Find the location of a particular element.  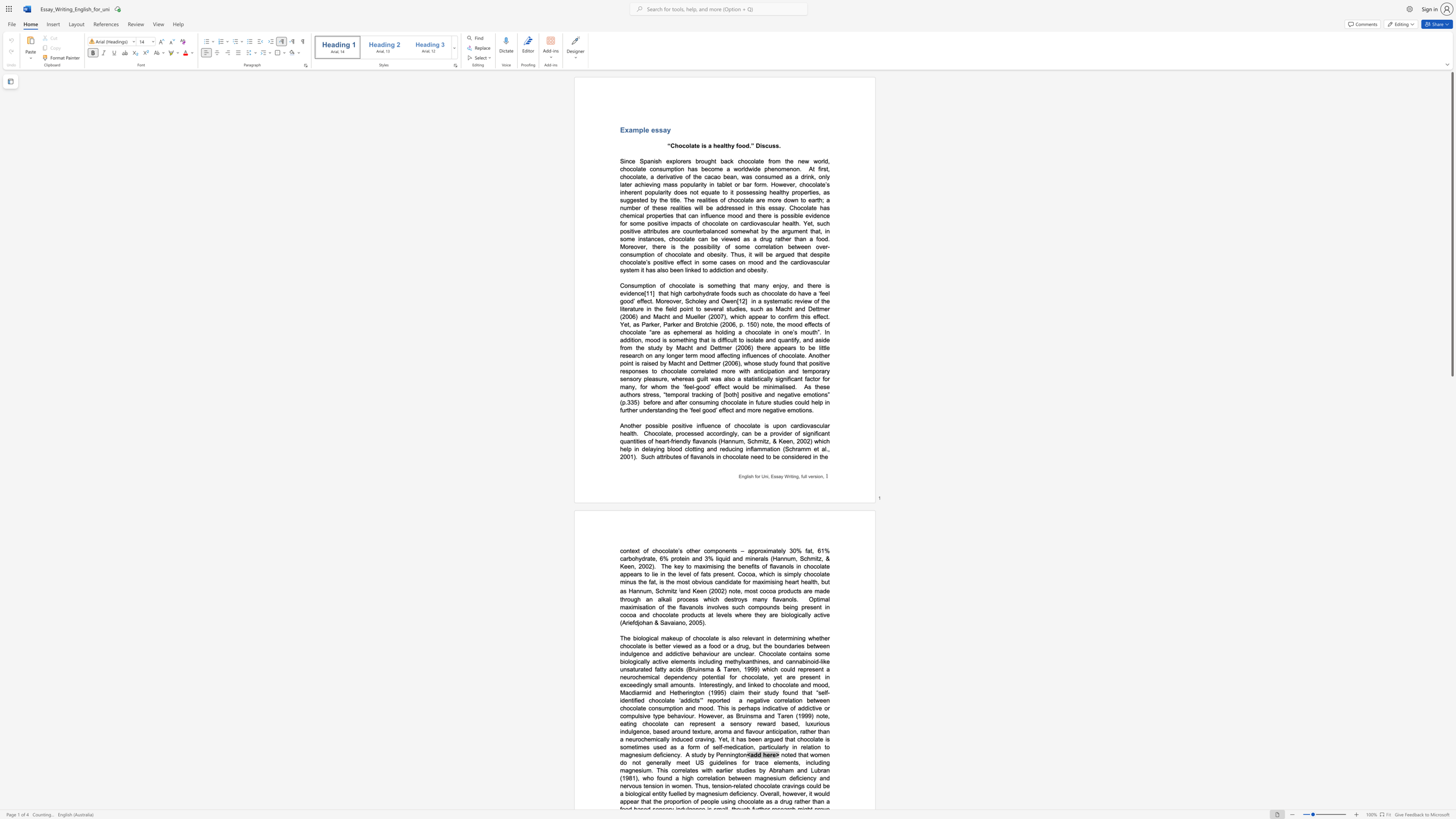

the scrollbar on the right side to scroll the page down is located at coordinates (1451, 553).